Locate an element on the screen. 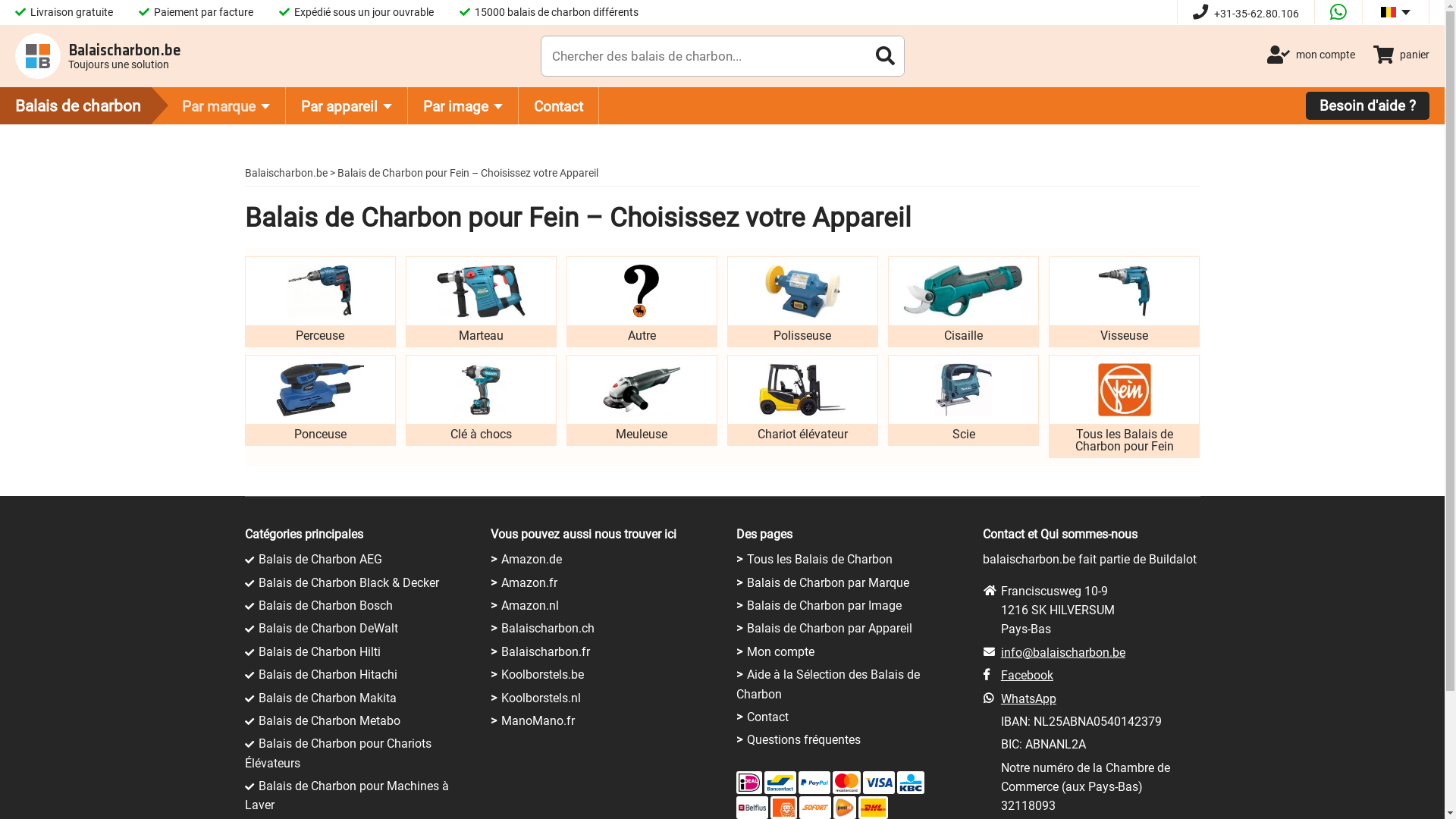 Image resolution: width=1456 pixels, height=819 pixels. 'KBC-logo' is located at coordinates (910, 783).